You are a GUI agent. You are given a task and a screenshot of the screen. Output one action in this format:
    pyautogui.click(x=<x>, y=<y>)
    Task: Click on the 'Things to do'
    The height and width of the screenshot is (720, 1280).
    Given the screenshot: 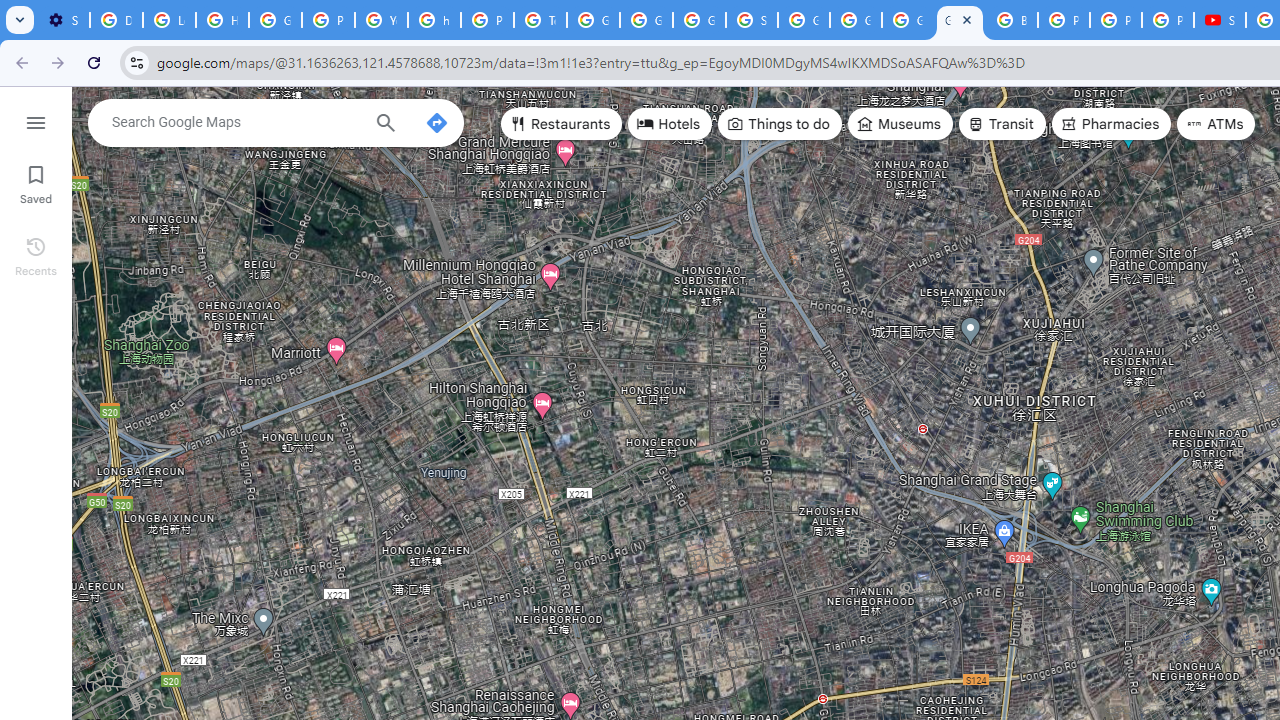 What is the action you would take?
    pyautogui.click(x=779, y=124)
    